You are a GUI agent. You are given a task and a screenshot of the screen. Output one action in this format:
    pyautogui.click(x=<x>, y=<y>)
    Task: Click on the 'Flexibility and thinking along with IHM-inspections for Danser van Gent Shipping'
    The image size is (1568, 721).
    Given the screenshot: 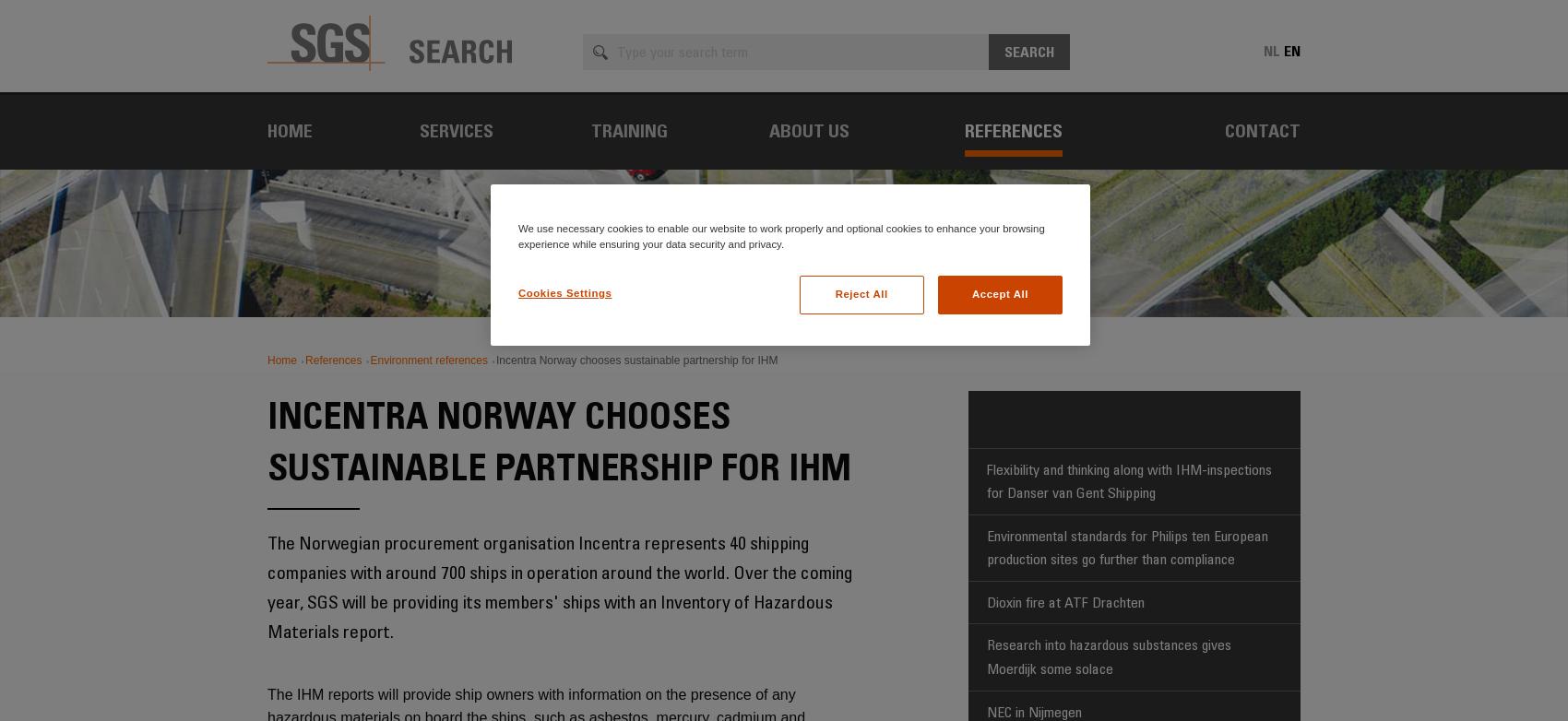 What is the action you would take?
    pyautogui.click(x=1128, y=480)
    